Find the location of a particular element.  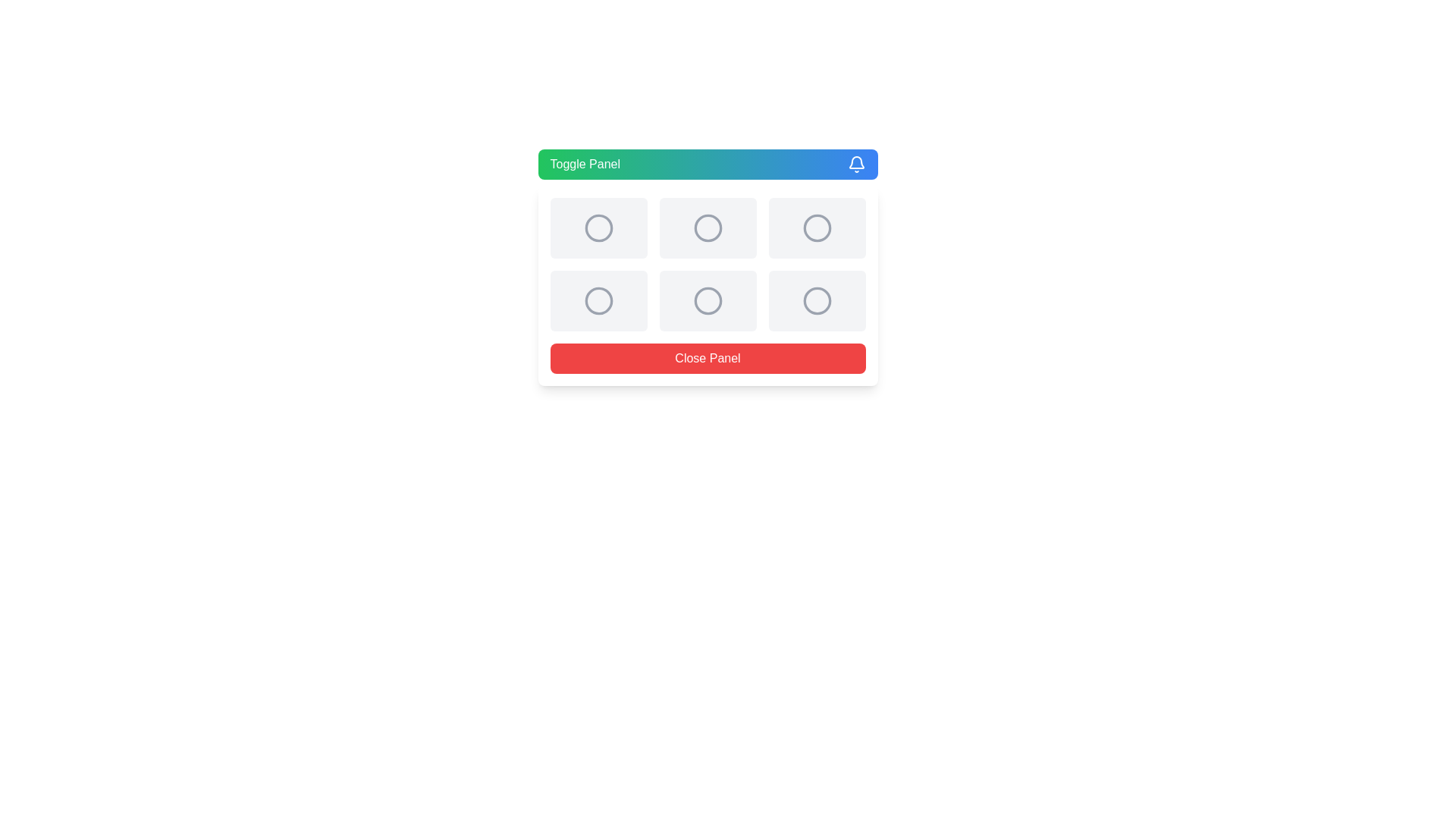

the bell icon's lower part, which is a curved shape resembling a bell's base, centrally aligned within the SVG graphic is located at coordinates (856, 162).